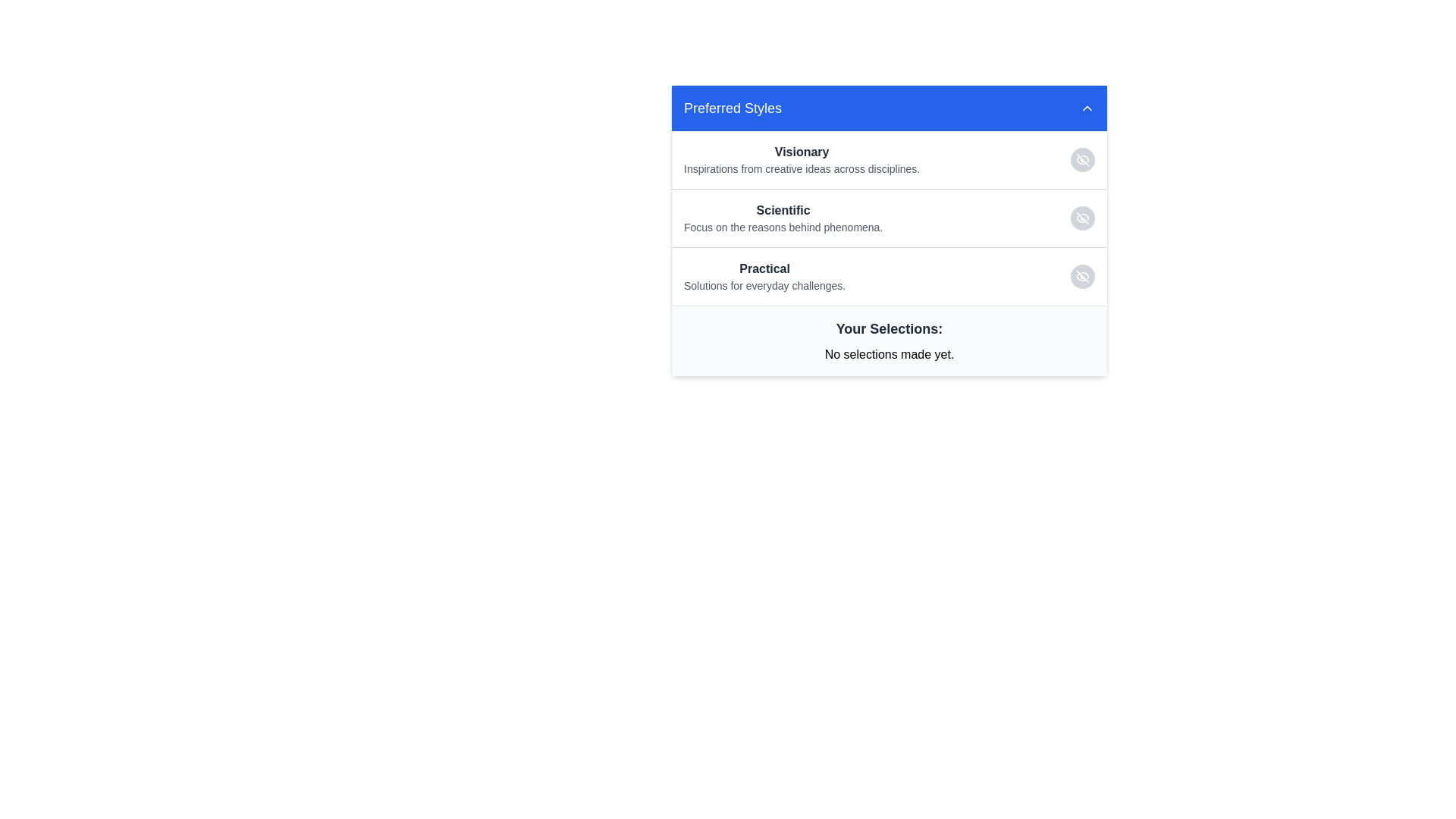 Image resolution: width=1456 pixels, height=819 pixels. I want to click on the 'eye-off' icon on the first item in the 'Preferred Styles' list, so click(889, 160).